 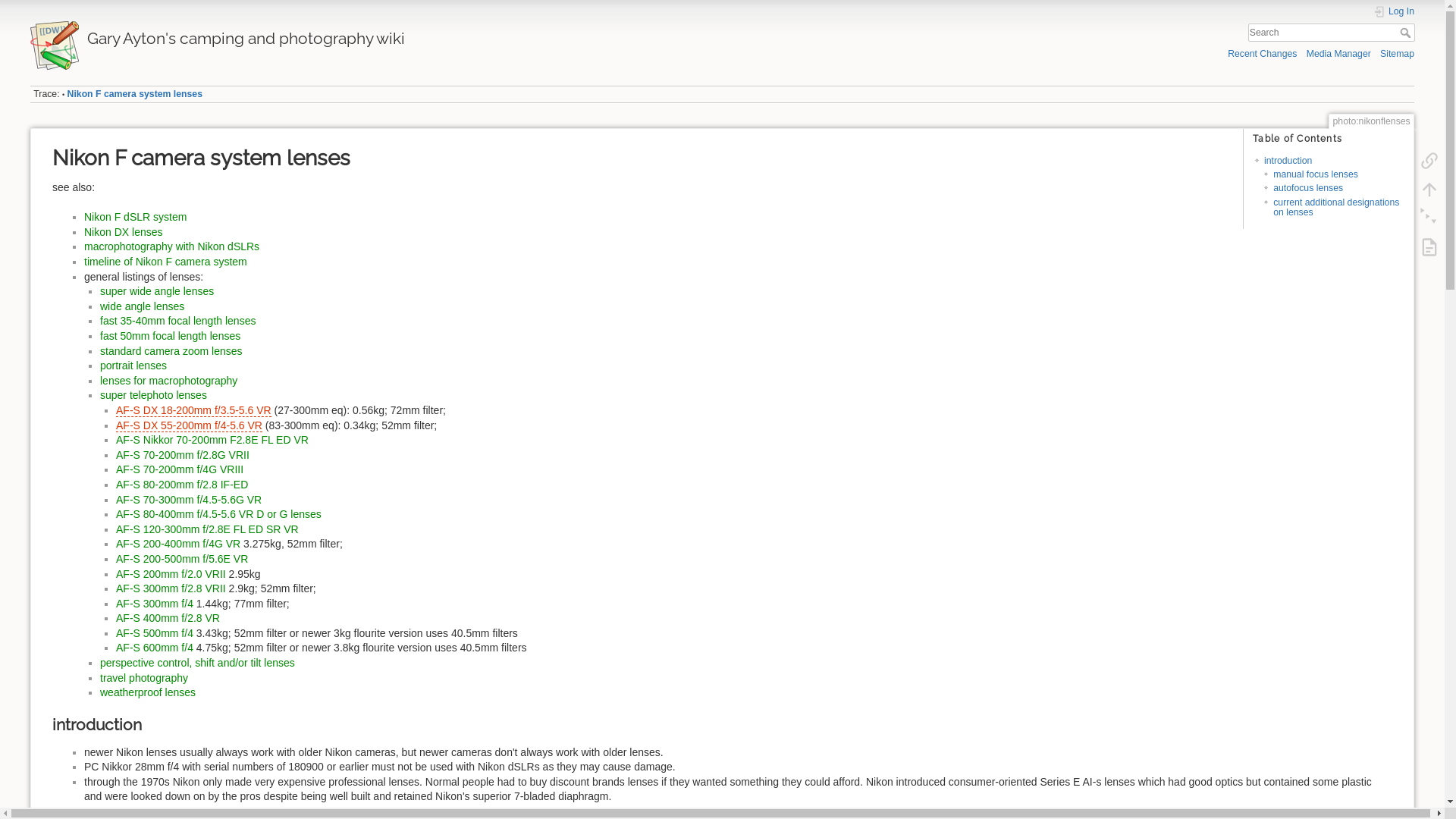 I want to click on 'AF-S 70-300mm f/4.5-5.6G VR', so click(x=188, y=500).